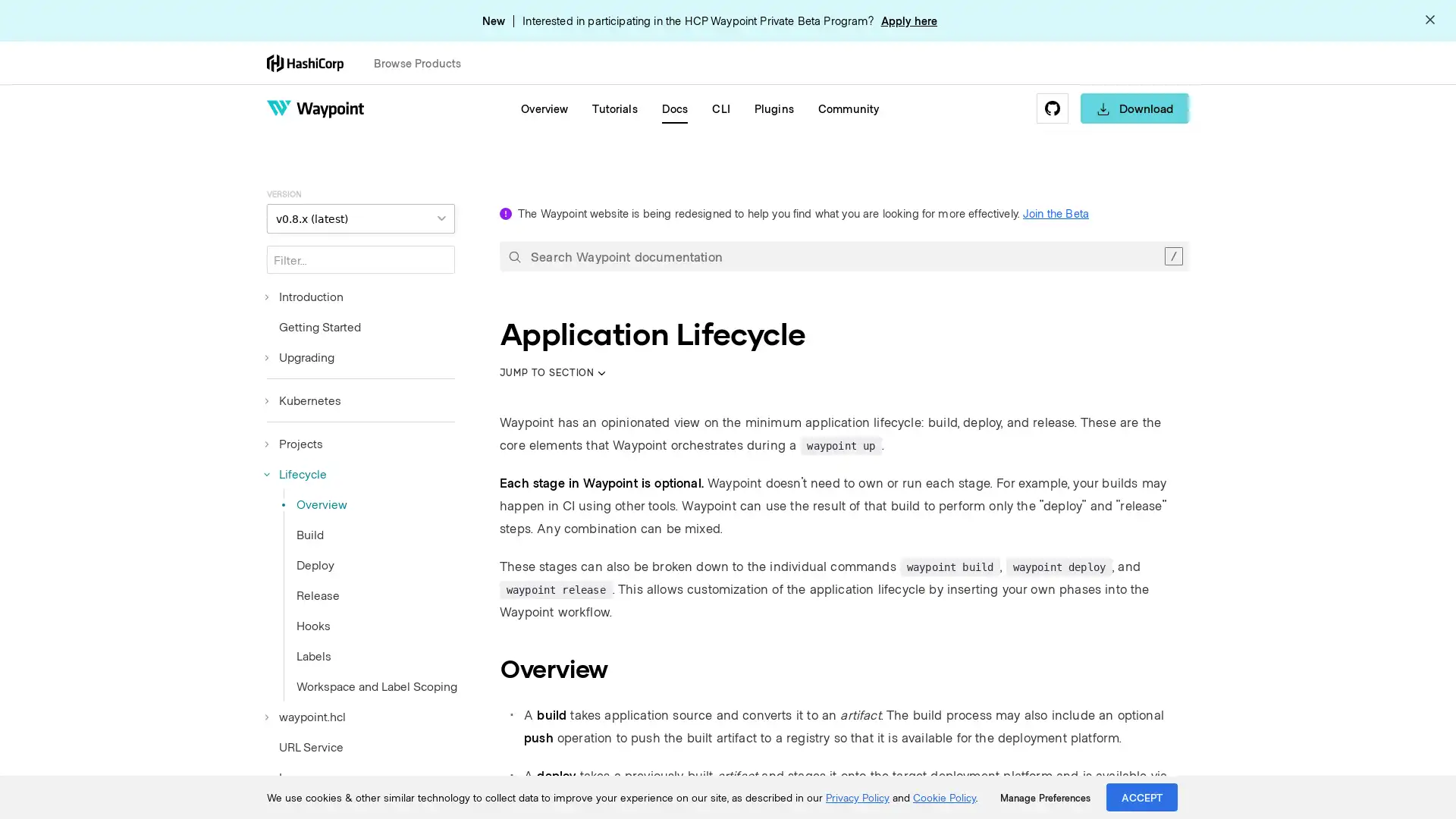 The image size is (1456, 819). What do you see at coordinates (1055, 213) in the screenshot?
I see `Join the Beta` at bounding box center [1055, 213].